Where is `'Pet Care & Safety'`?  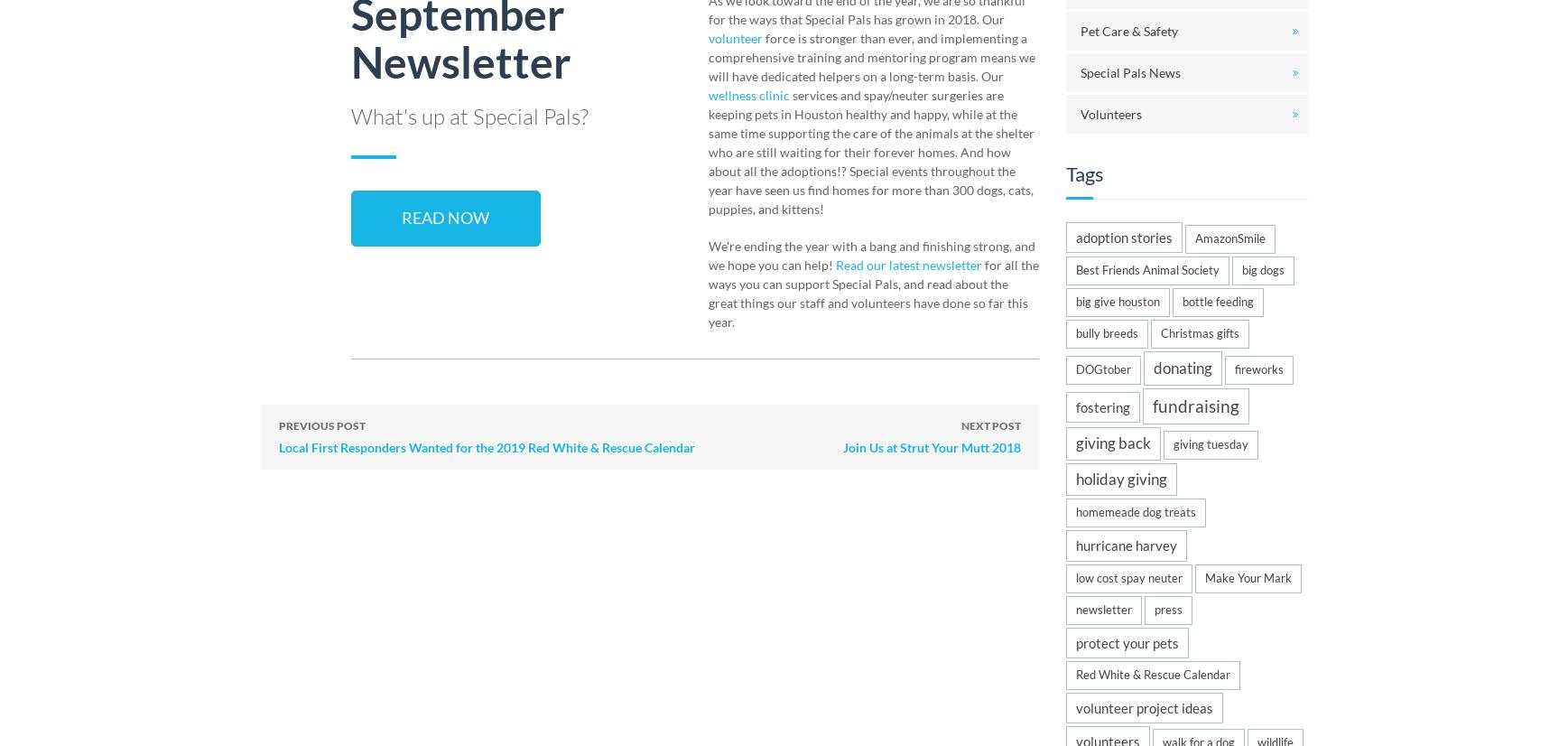
'Pet Care & Safety' is located at coordinates (1128, 29).